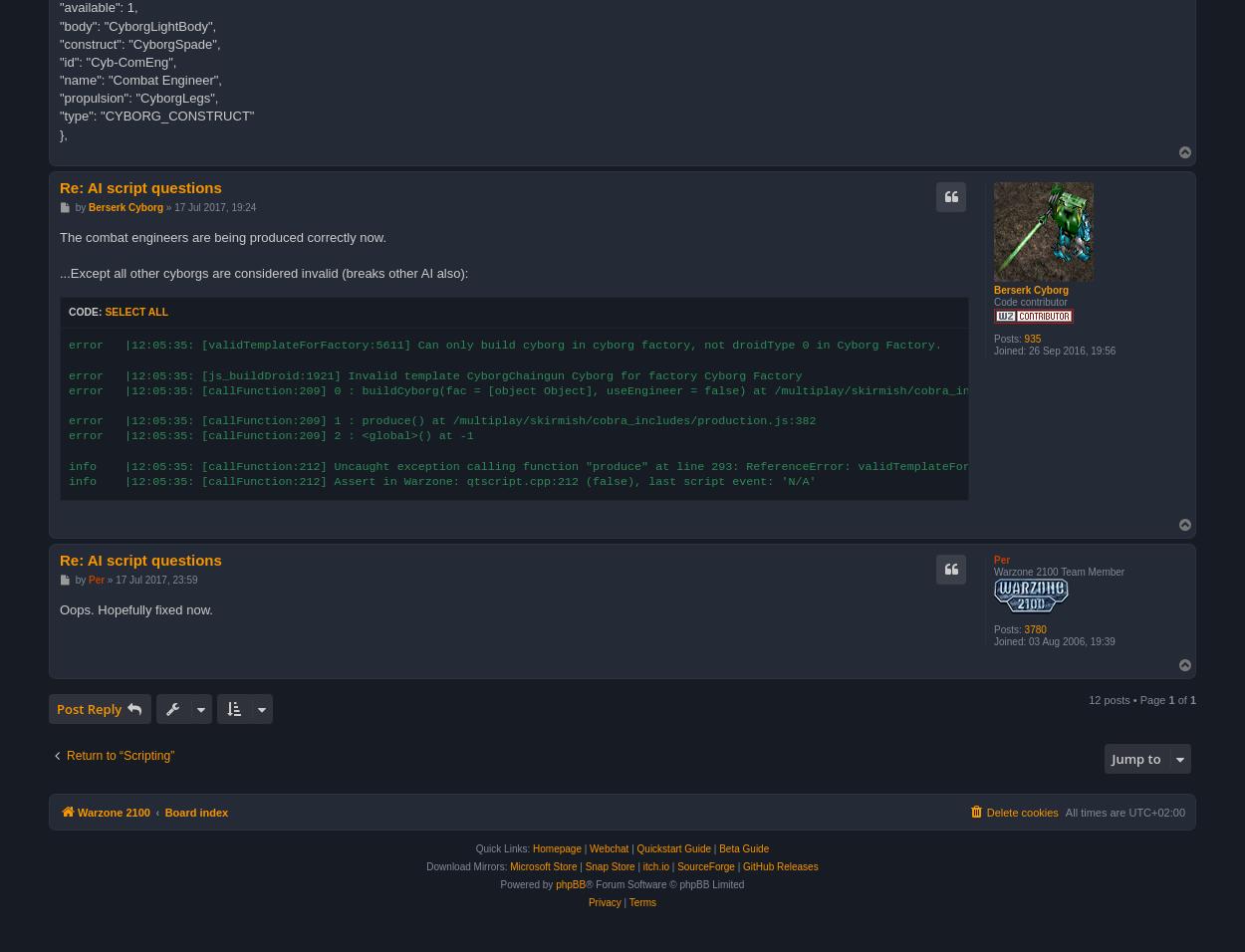 Image resolution: width=1245 pixels, height=952 pixels. Describe the element at coordinates (135, 609) in the screenshot. I see `'Oops. Hopefully fixed now.'` at that location.